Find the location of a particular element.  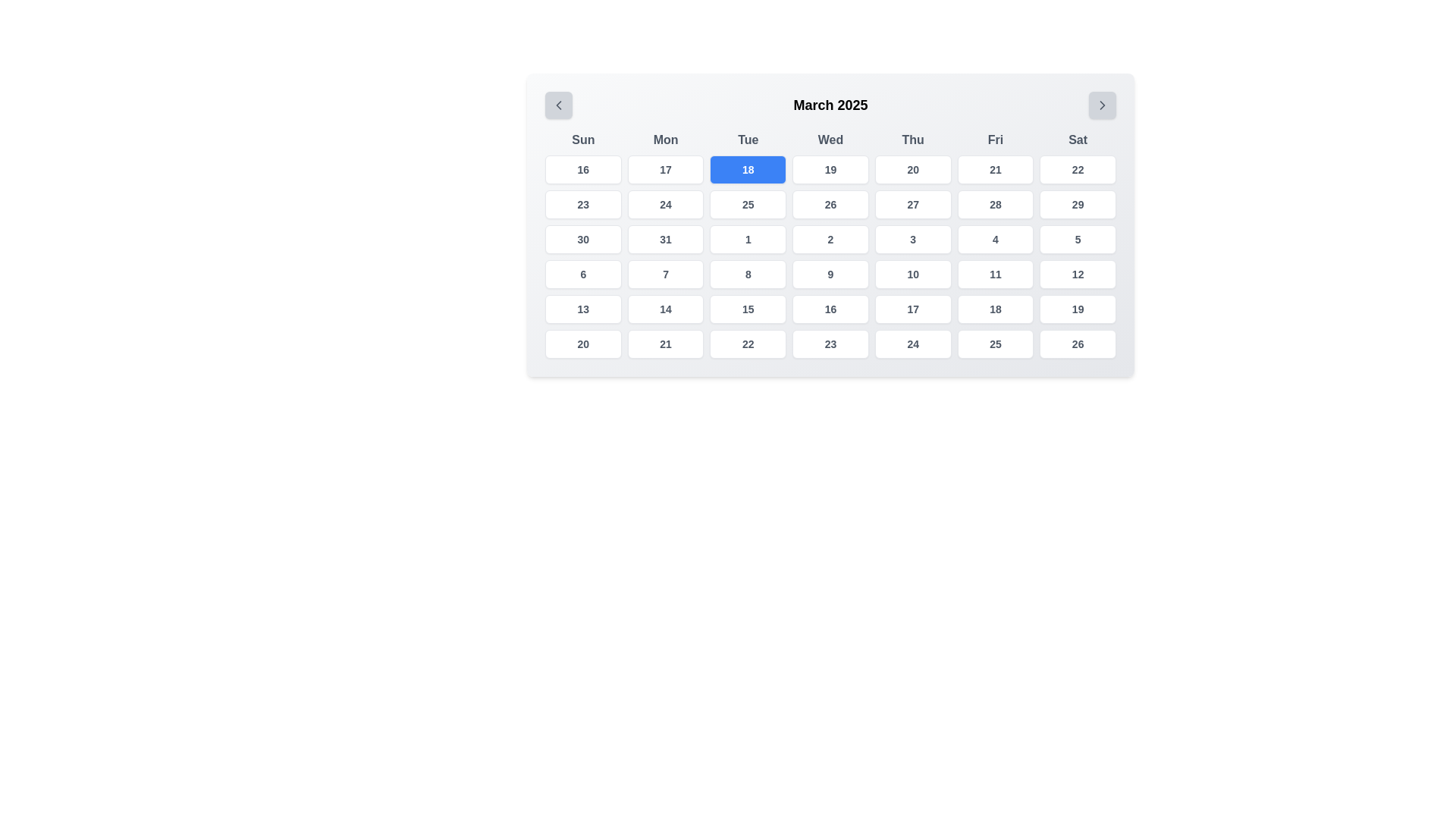

the left arrow icon in the top-left section of the calendar interface is located at coordinates (558, 104).